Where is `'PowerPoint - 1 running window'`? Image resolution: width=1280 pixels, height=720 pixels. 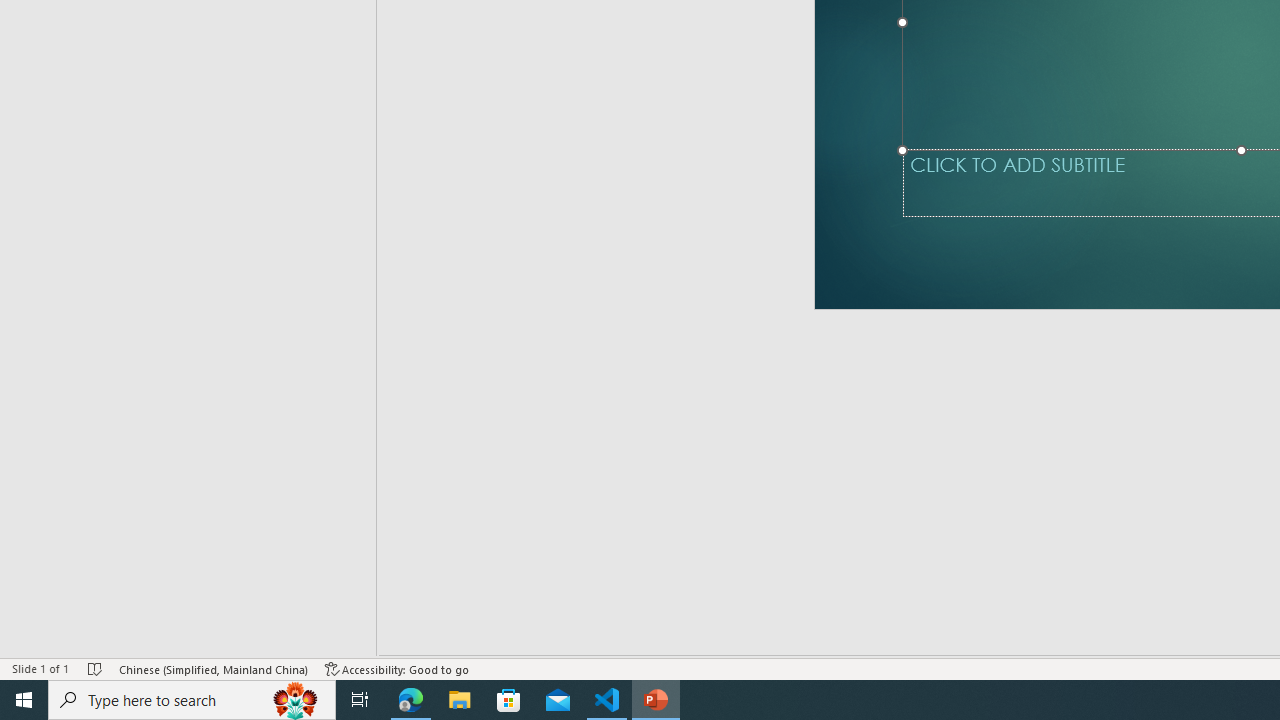 'PowerPoint - 1 running window' is located at coordinates (656, 698).